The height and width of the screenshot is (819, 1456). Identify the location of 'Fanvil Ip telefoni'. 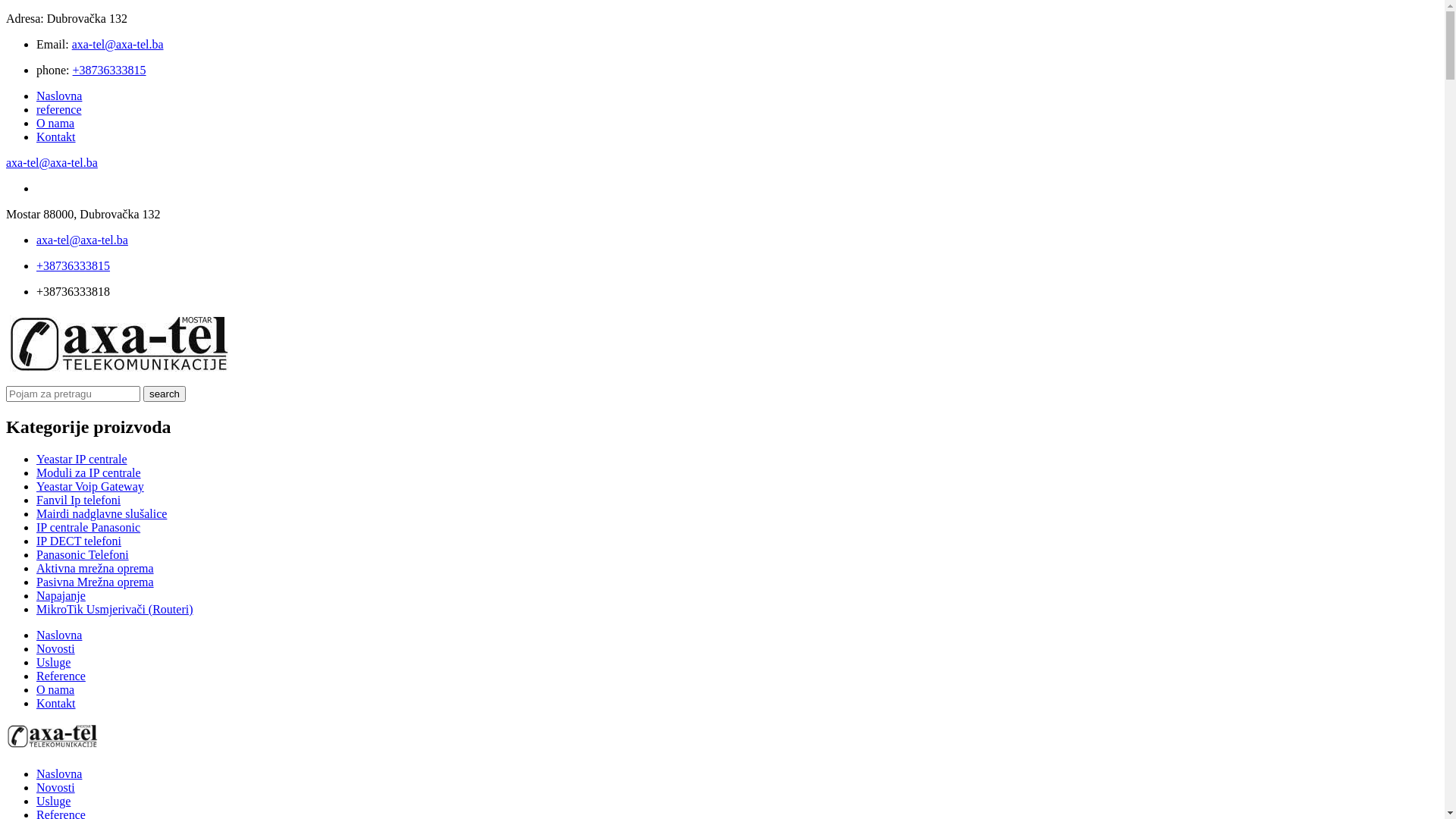
(77, 500).